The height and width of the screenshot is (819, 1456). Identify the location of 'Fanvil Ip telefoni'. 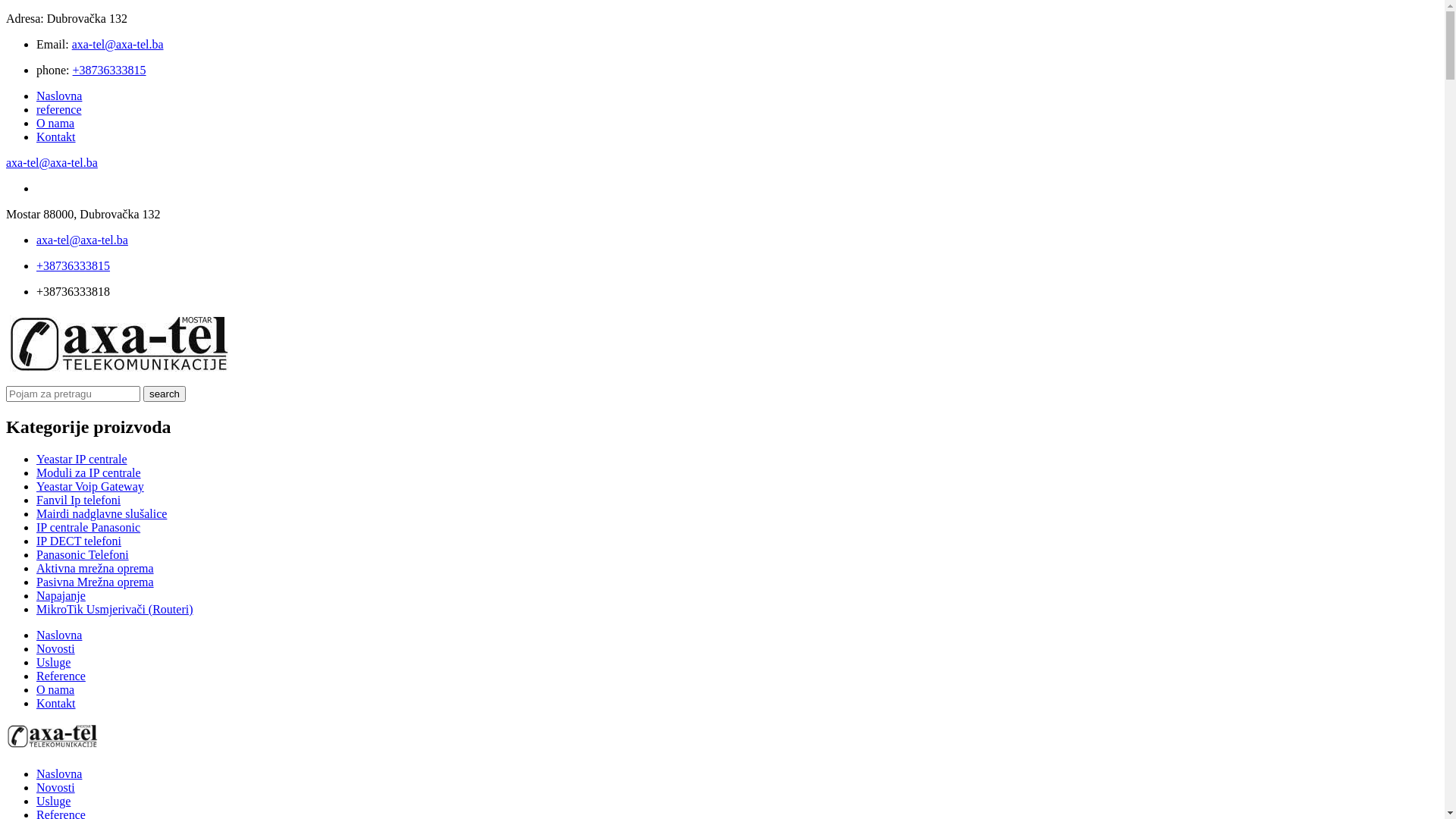
(77, 500).